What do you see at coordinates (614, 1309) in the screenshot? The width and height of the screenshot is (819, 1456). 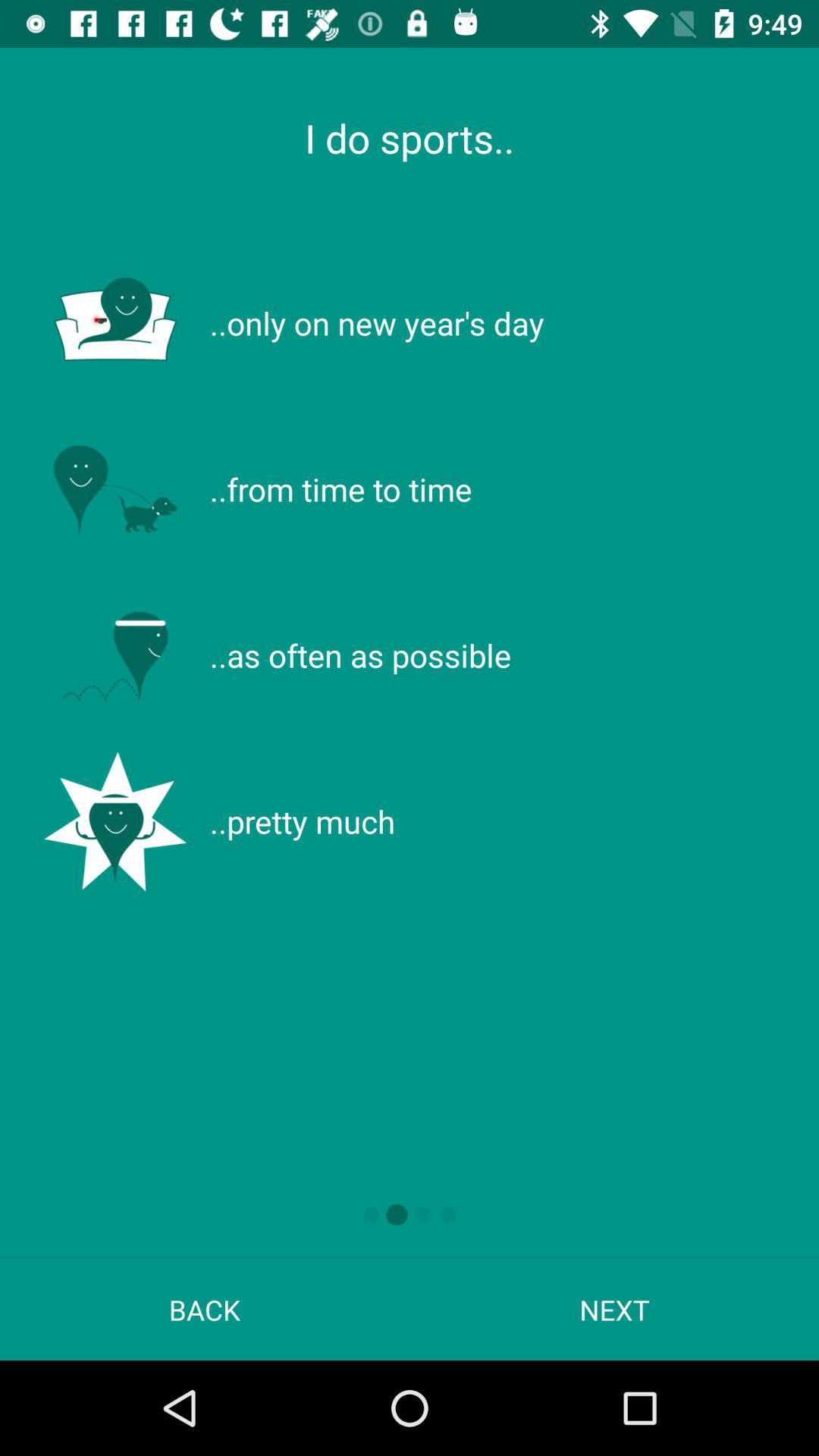 I see `the next` at bounding box center [614, 1309].